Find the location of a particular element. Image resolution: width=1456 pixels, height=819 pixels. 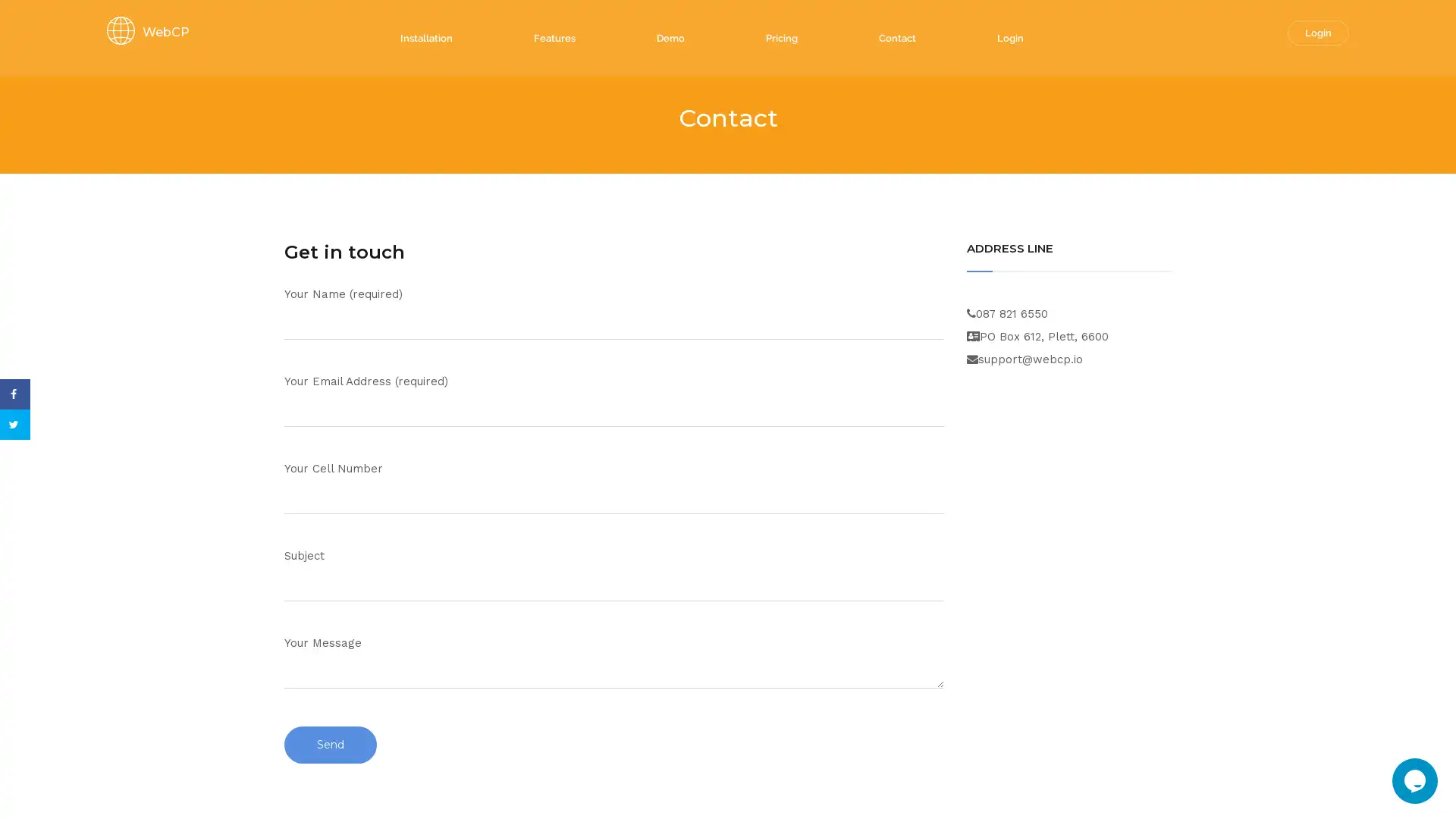

Send is located at coordinates (330, 744).